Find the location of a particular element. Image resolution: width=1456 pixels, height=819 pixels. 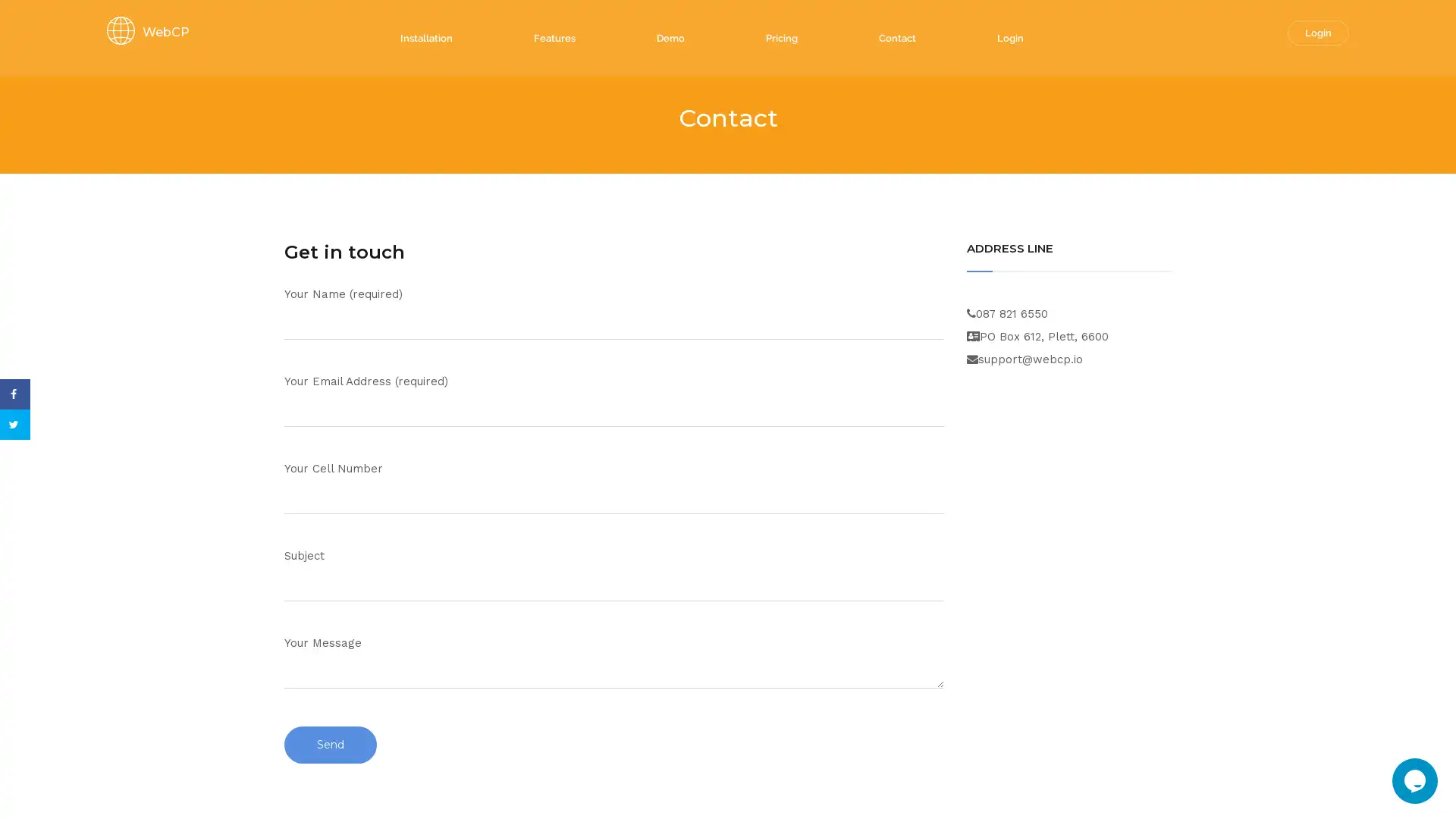

Send is located at coordinates (330, 744).